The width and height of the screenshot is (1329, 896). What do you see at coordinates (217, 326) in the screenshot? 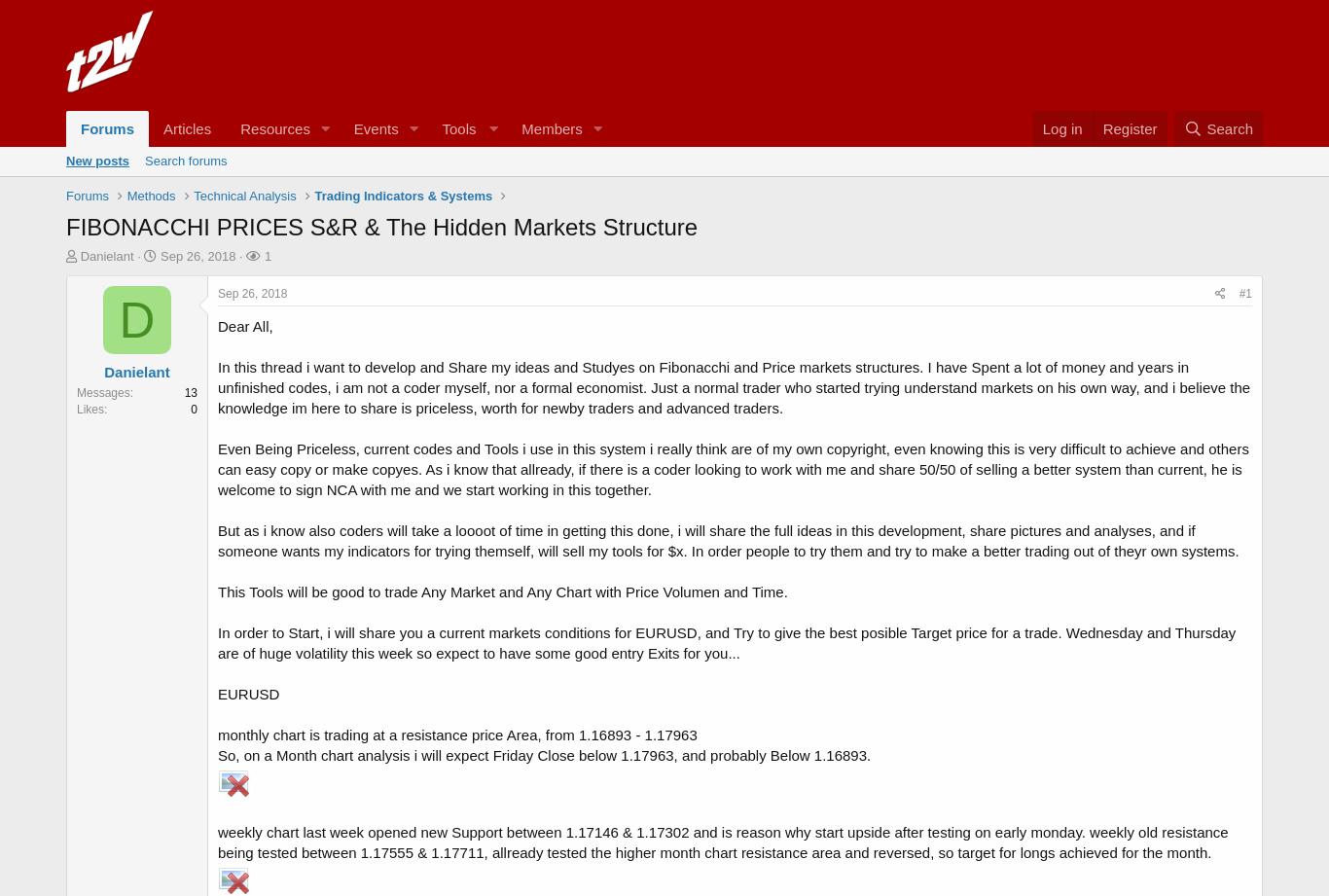
I see `'Dear All,'` at bounding box center [217, 326].